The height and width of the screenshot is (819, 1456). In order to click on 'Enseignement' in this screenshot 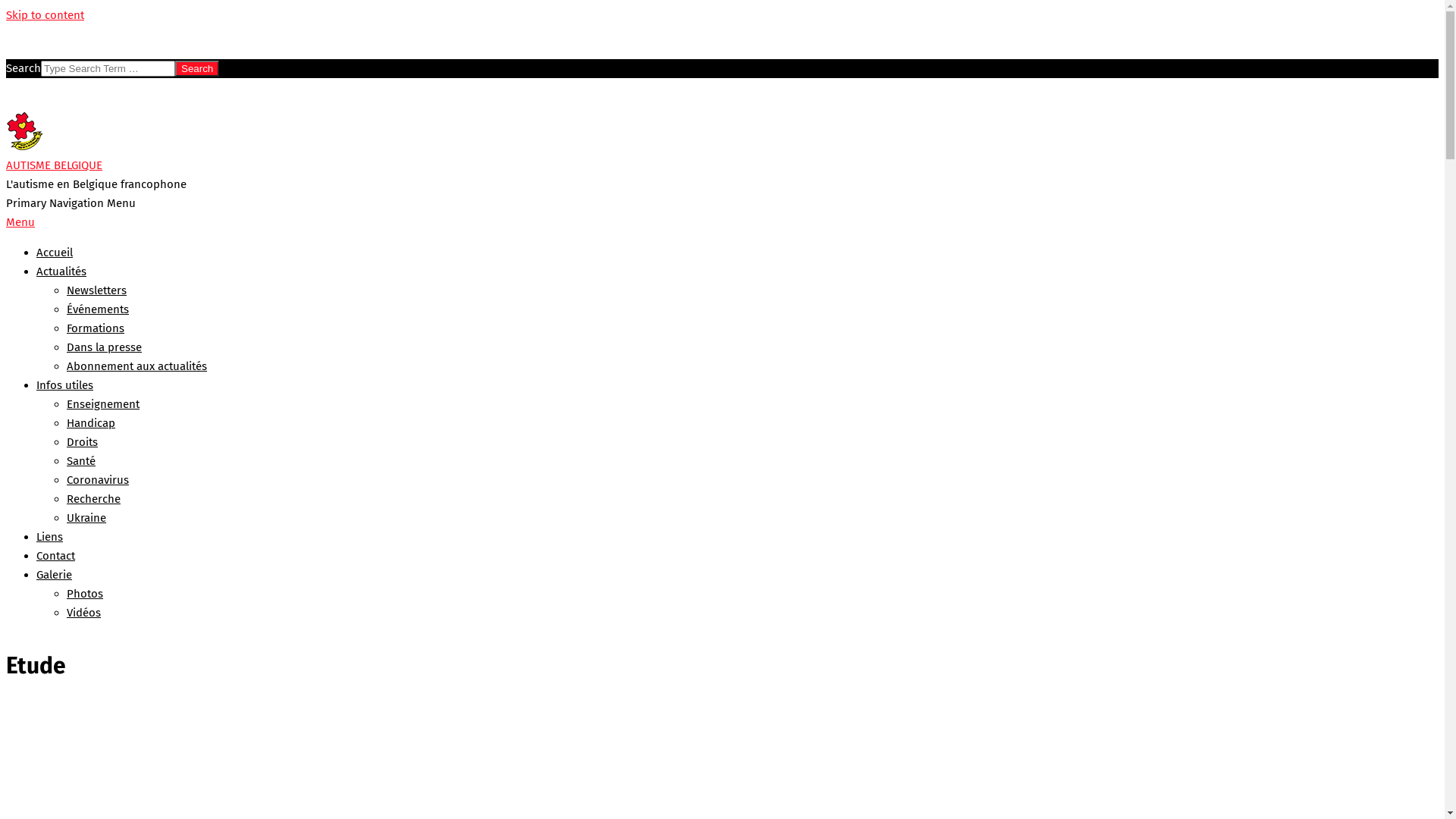, I will do `click(102, 403)`.